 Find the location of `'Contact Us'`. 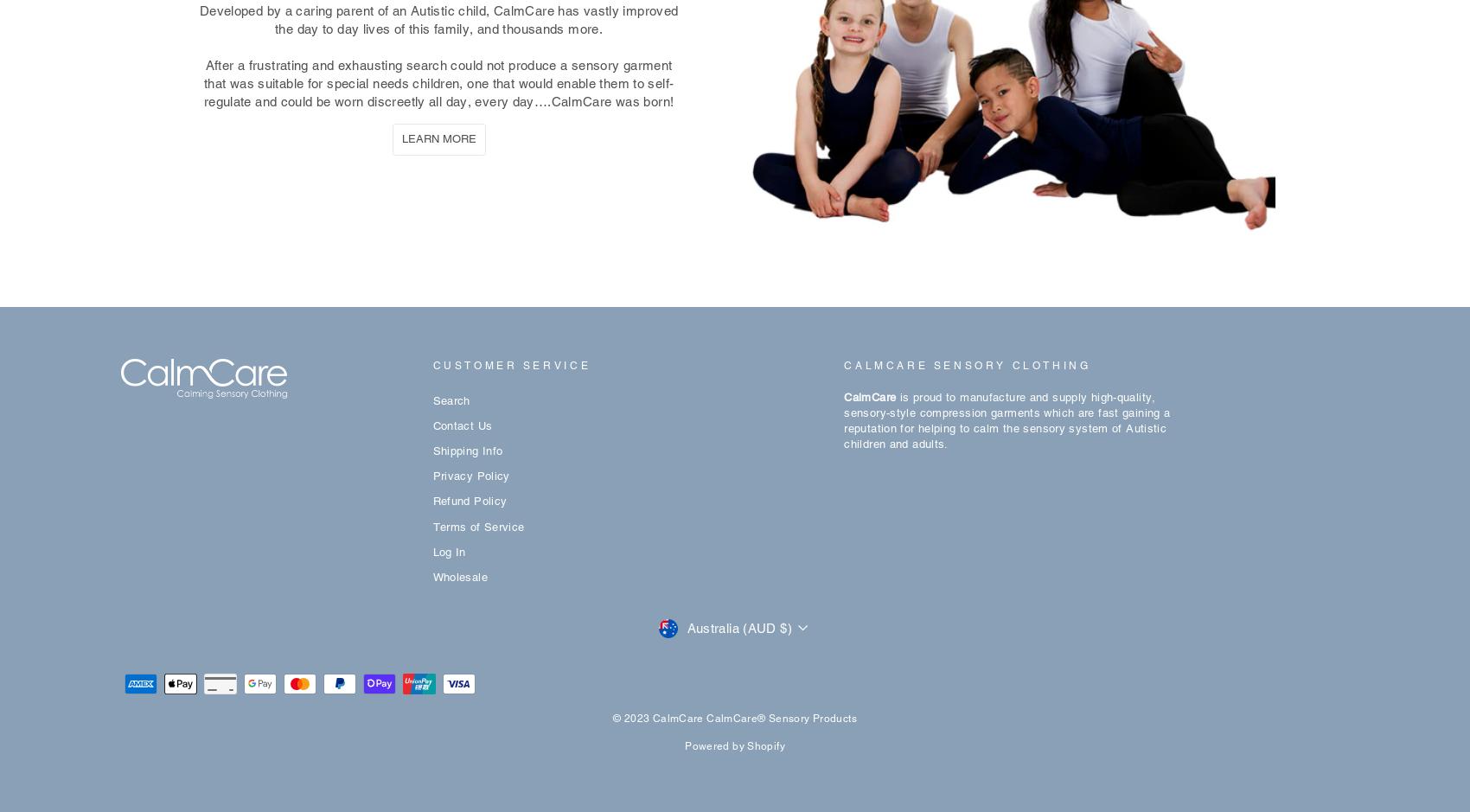

'Contact Us' is located at coordinates (461, 425).